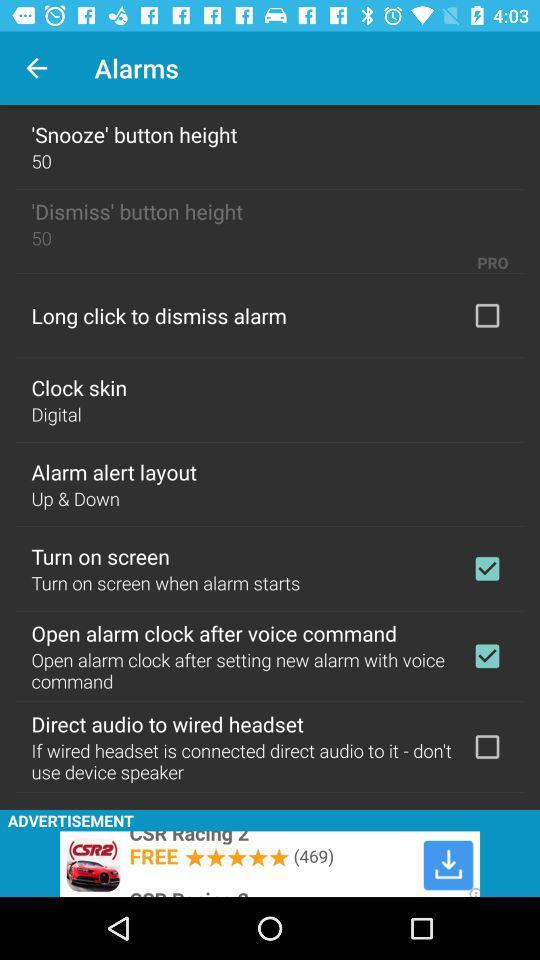 This screenshot has height=960, width=540. I want to click on check to turn on option, so click(486, 568).